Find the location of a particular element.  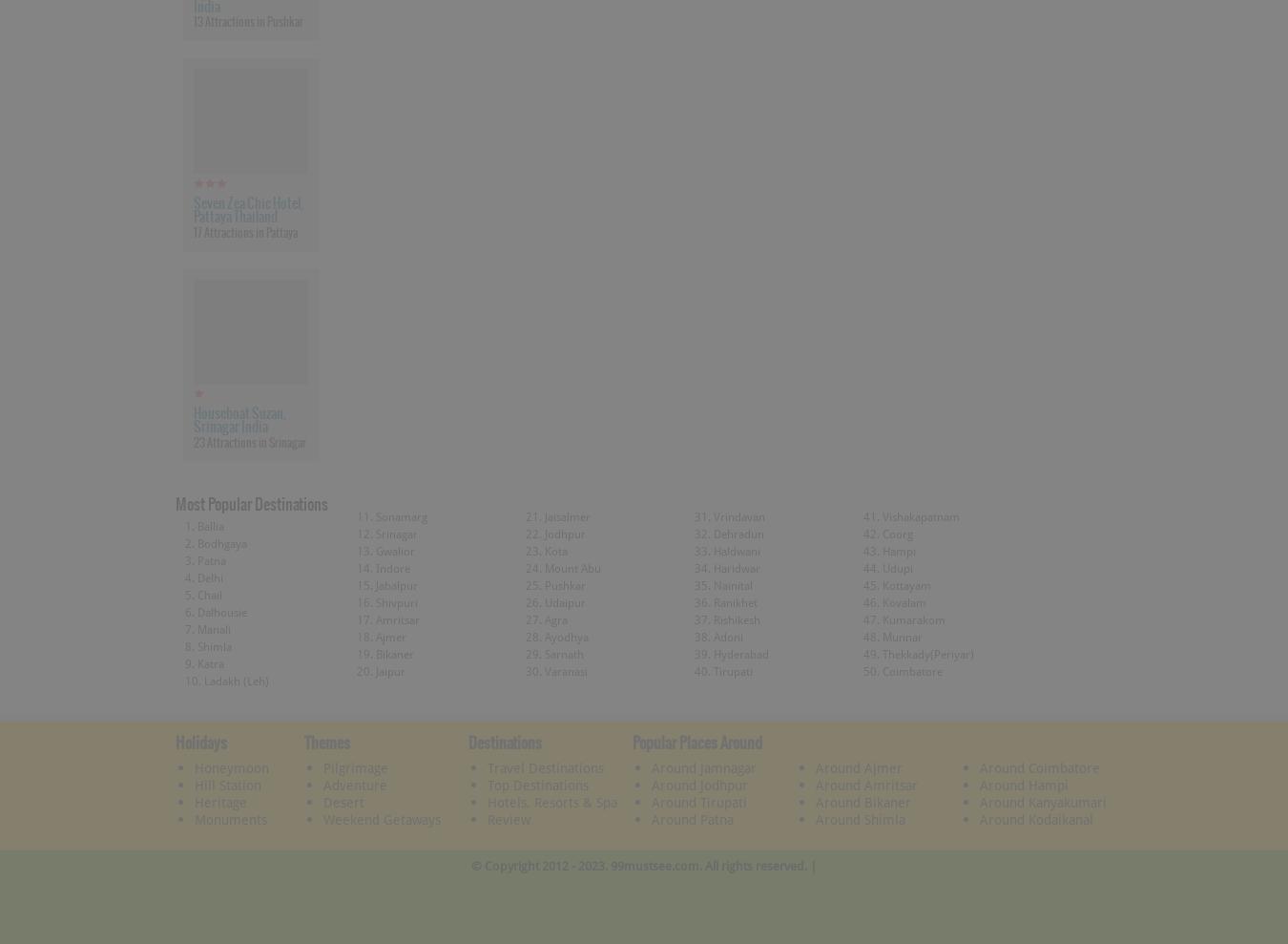

'Travel Destinations' is located at coordinates (545, 766).